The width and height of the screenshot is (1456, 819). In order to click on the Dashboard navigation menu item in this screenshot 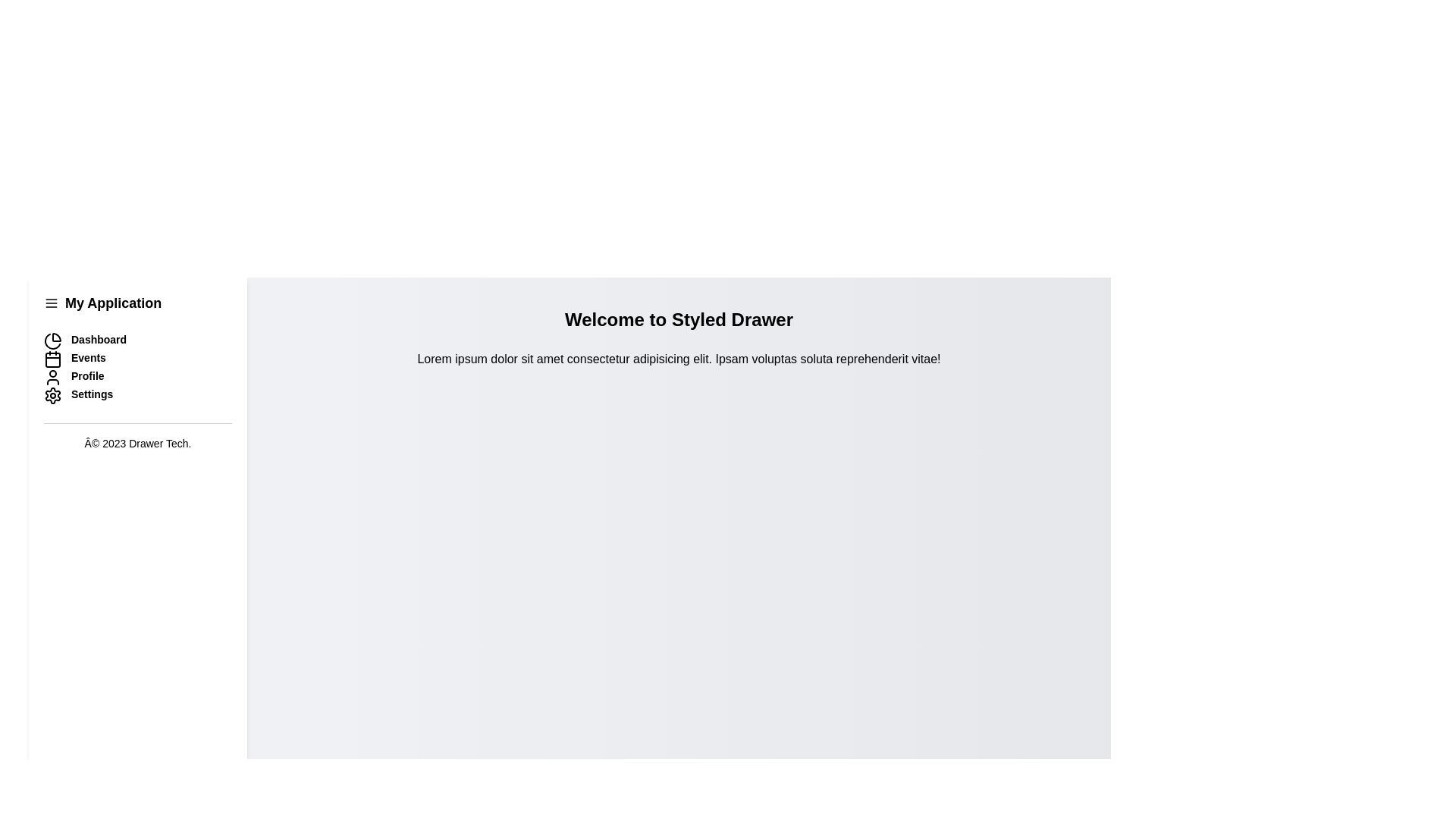, I will do `click(138, 341)`.